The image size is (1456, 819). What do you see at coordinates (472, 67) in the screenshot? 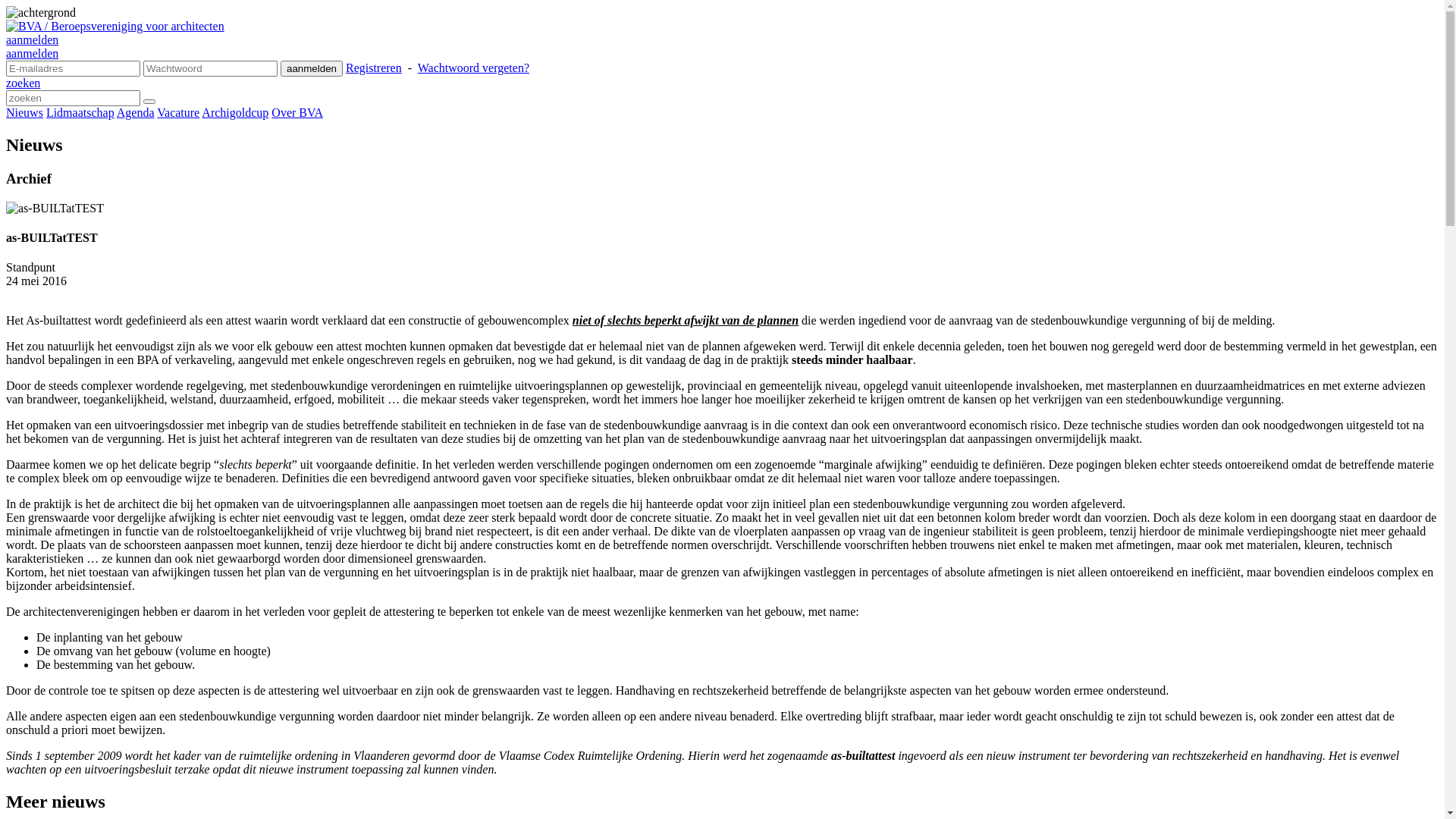
I see `'Wachtwoord vergeten?'` at bounding box center [472, 67].